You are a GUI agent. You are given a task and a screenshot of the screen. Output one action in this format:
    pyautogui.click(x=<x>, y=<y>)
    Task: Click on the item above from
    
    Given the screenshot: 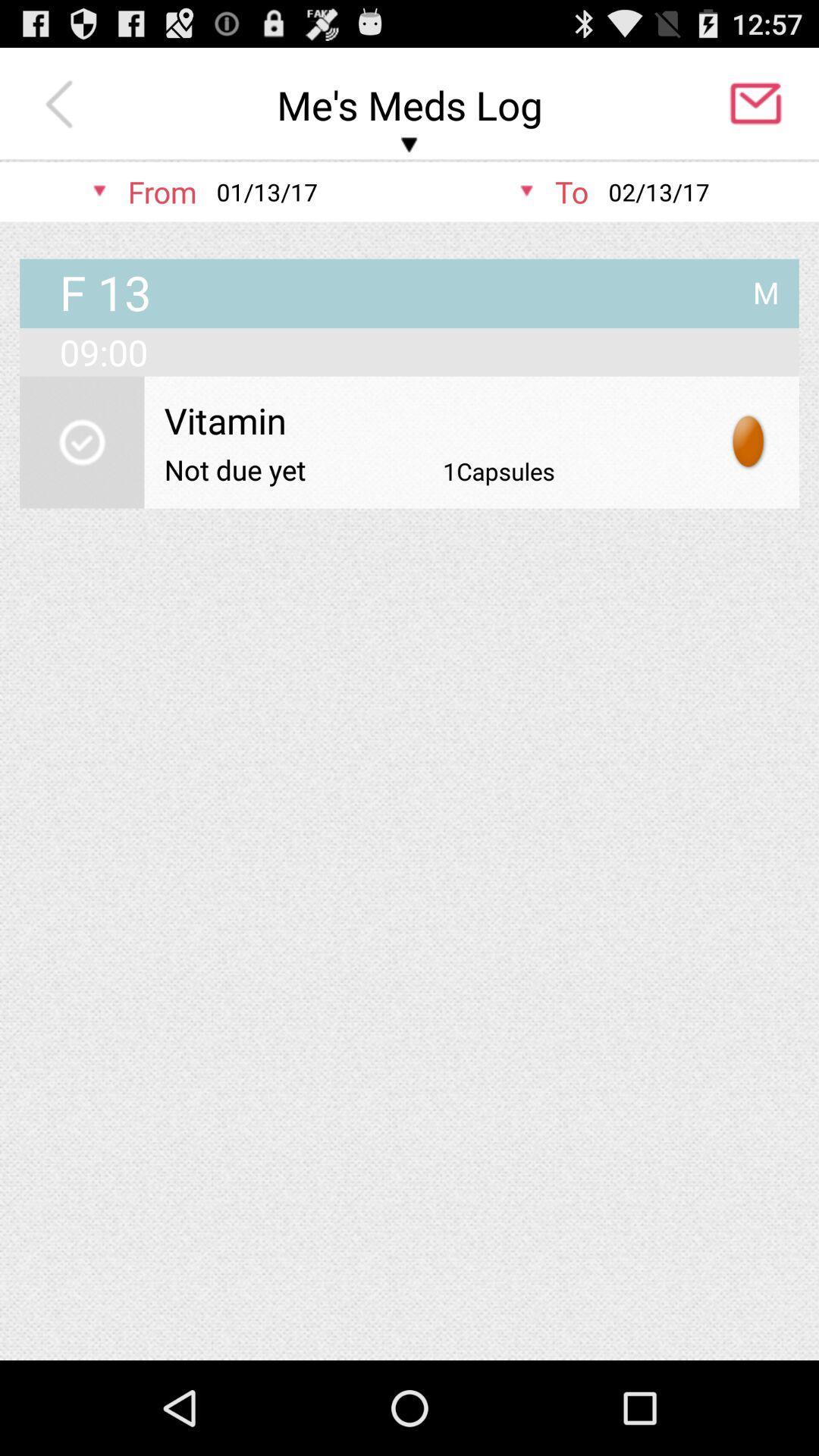 What is the action you would take?
    pyautogui.click(x=62, y=104)
    